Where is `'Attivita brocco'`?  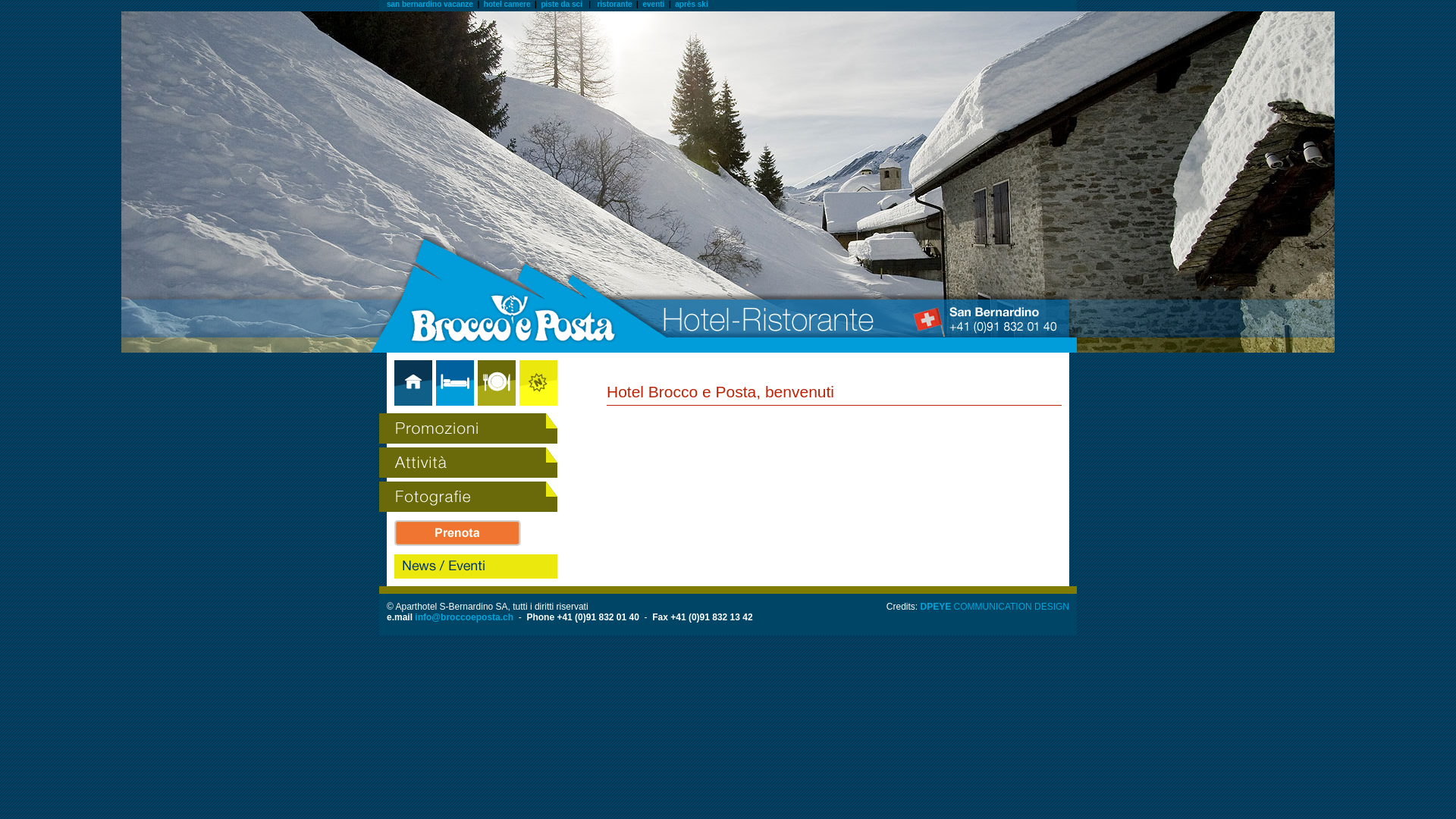
'Attivita brocco' is located at coordinates (371, 461).